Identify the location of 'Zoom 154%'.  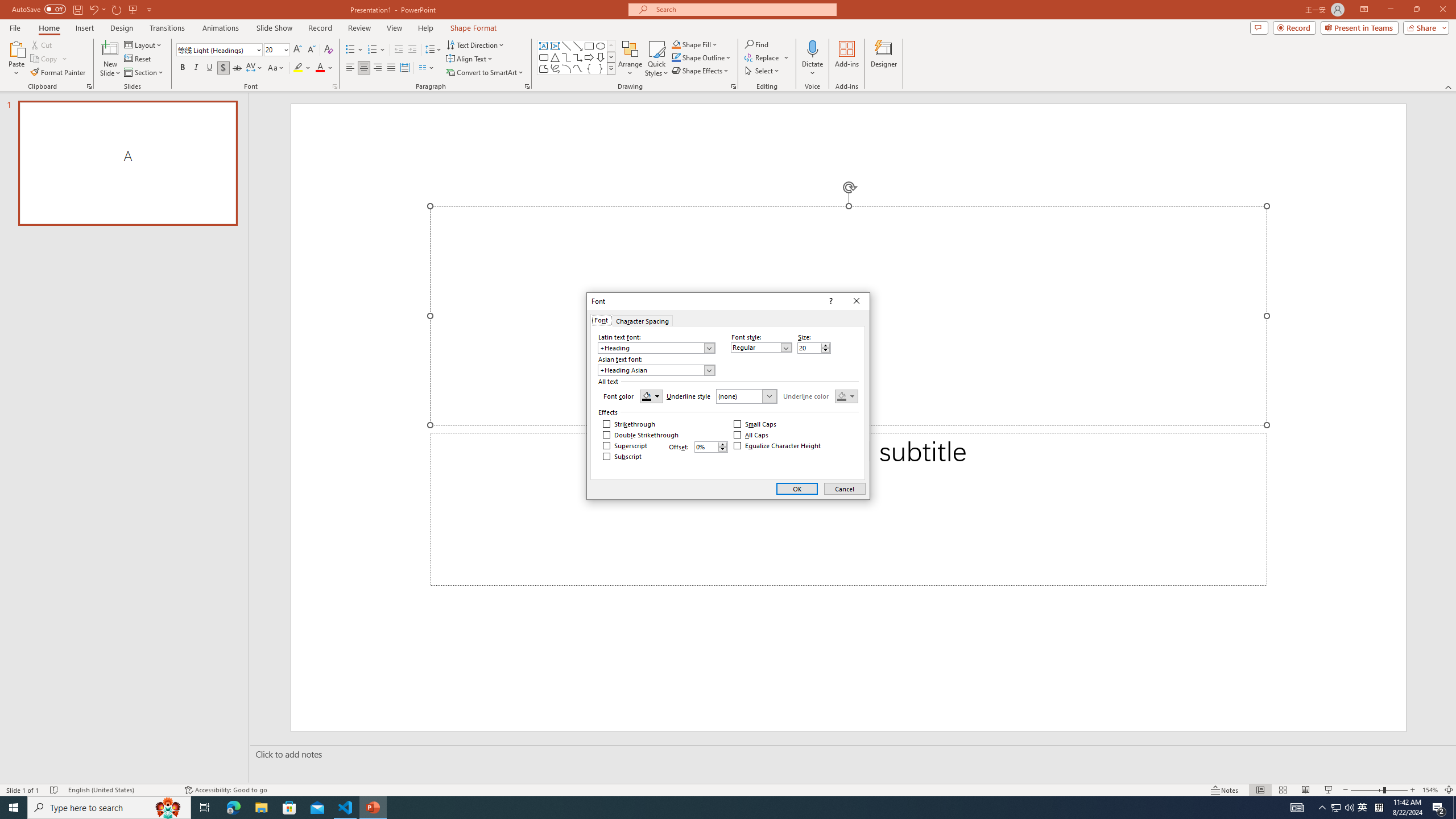
(1430, 790).